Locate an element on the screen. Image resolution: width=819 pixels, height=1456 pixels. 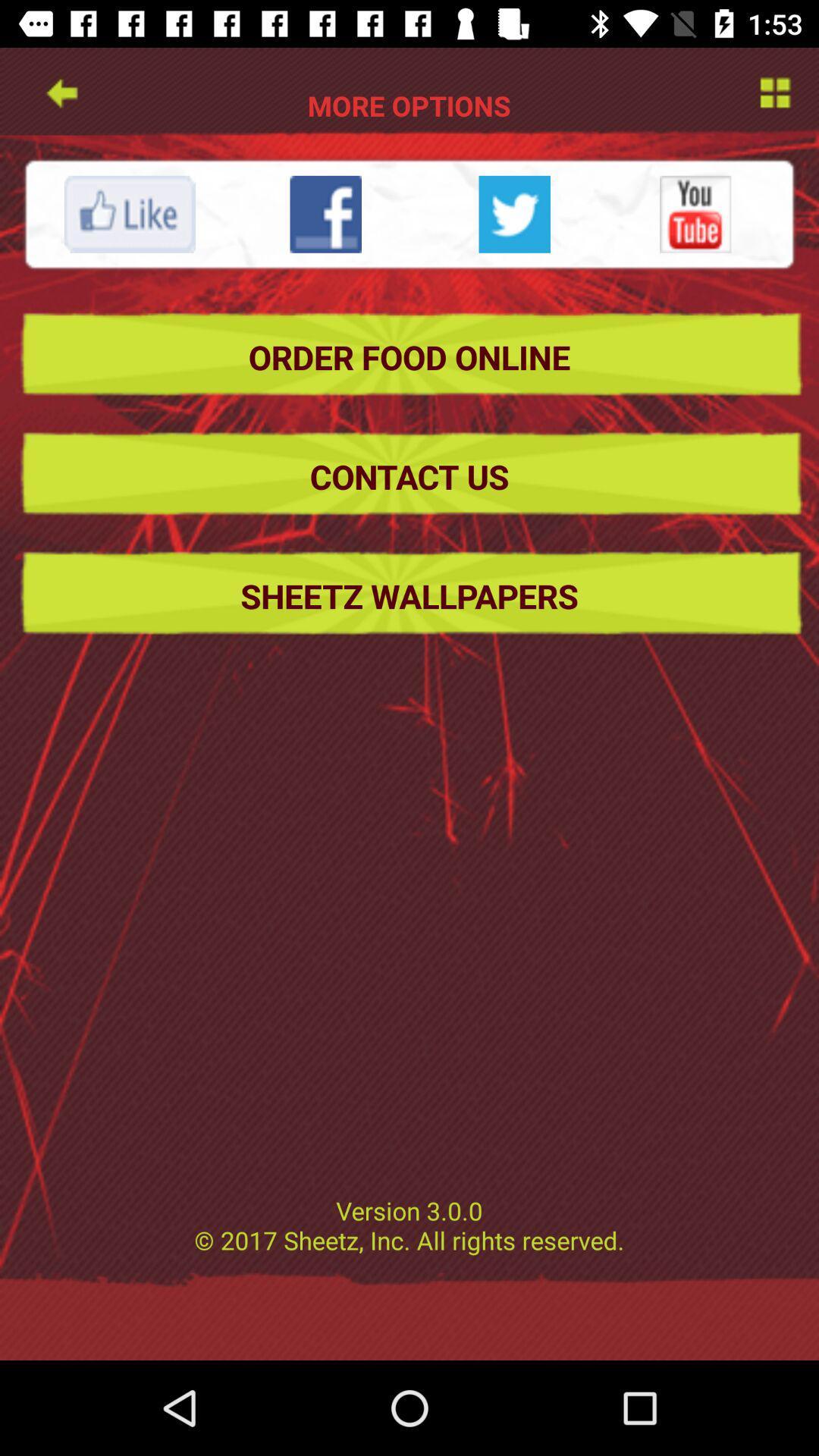
back is located at coordinates (61, 90).